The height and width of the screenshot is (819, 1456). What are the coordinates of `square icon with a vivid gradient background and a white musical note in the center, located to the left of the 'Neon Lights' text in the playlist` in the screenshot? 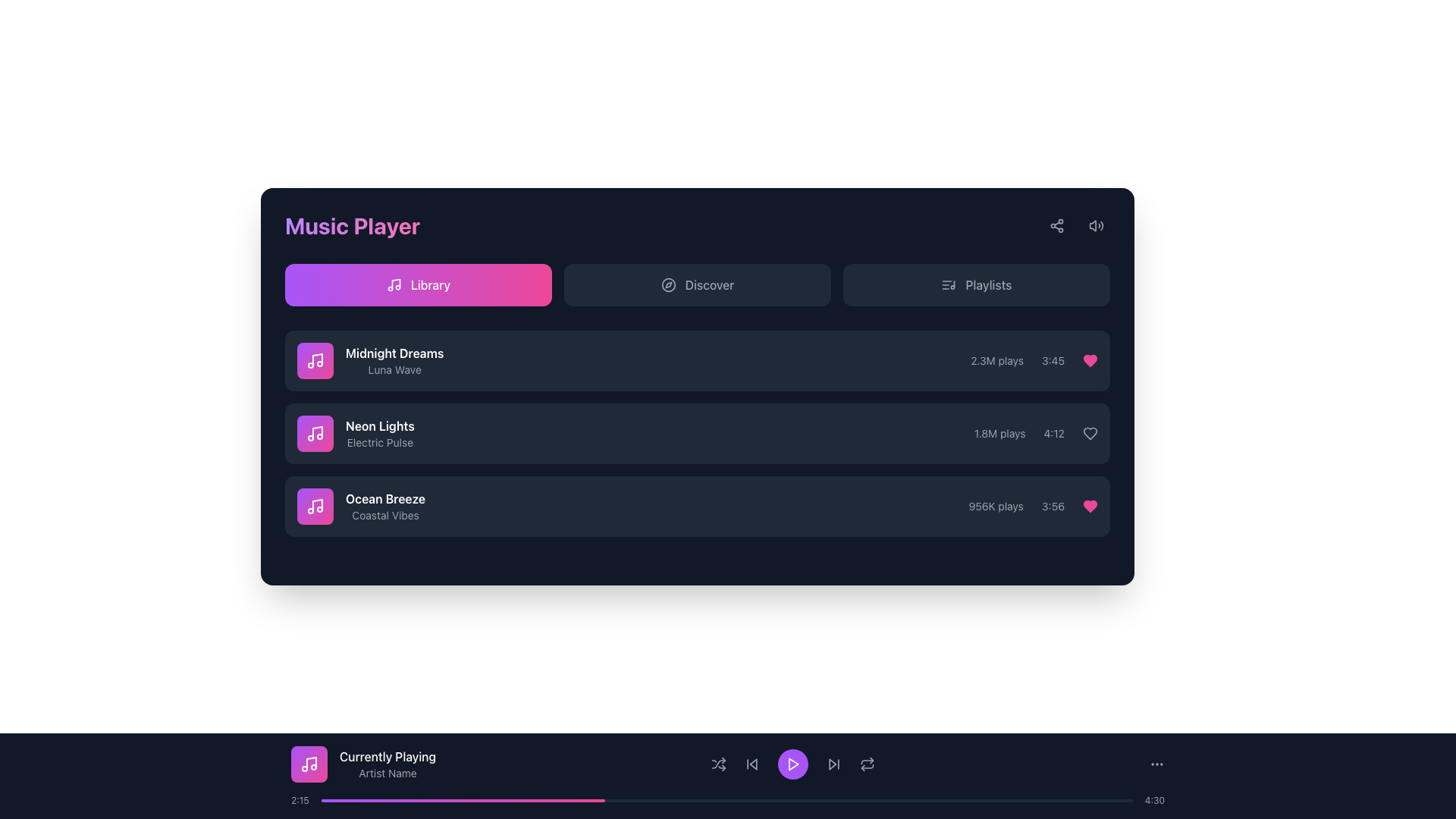 It's located at (315, 433).